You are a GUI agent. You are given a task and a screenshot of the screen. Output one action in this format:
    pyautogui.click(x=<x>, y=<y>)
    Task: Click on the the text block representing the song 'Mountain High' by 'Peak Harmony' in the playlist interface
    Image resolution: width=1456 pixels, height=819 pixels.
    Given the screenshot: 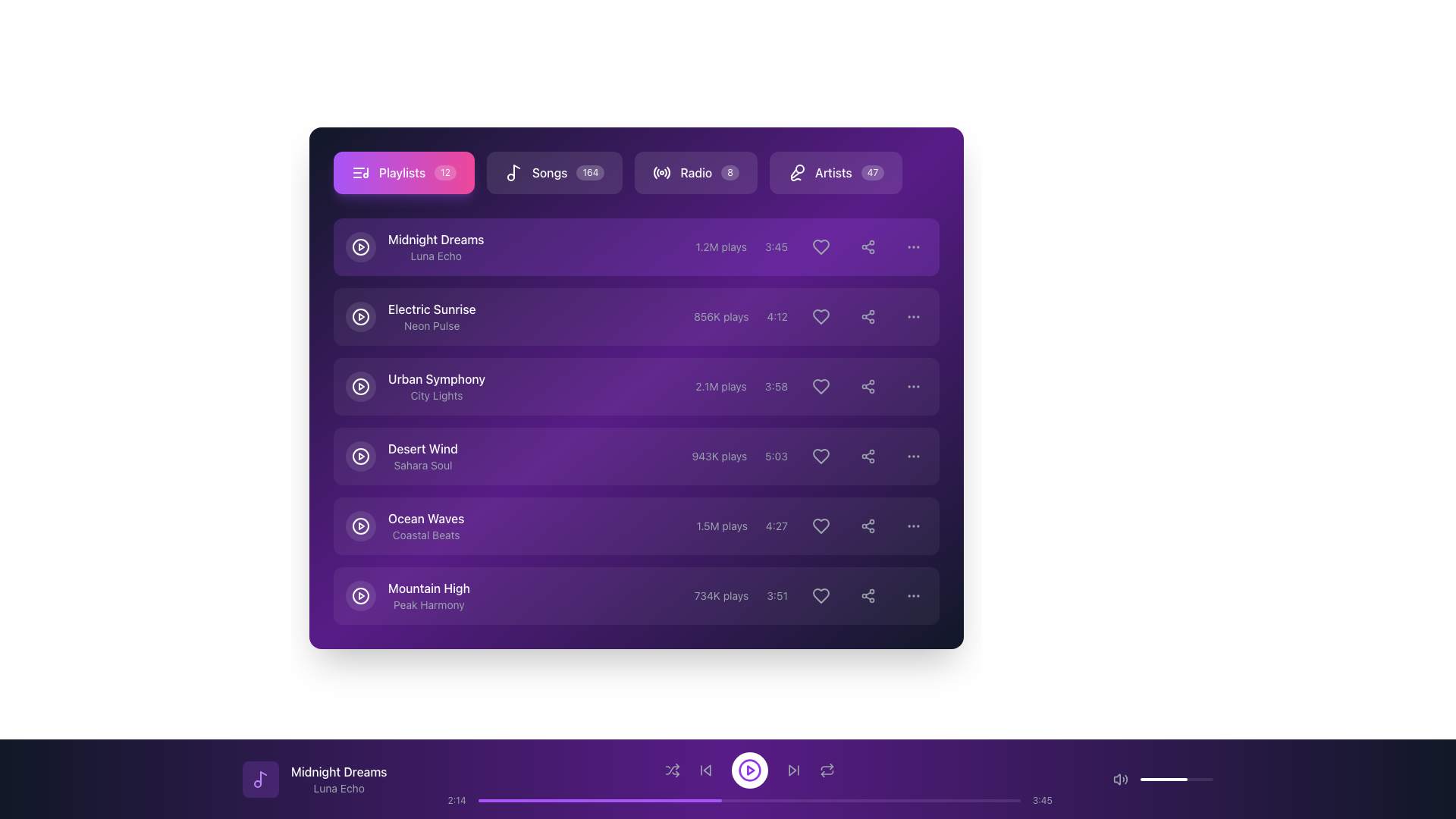 What is the action you would take?
    pyautogui.click(x=407, y=595)
    